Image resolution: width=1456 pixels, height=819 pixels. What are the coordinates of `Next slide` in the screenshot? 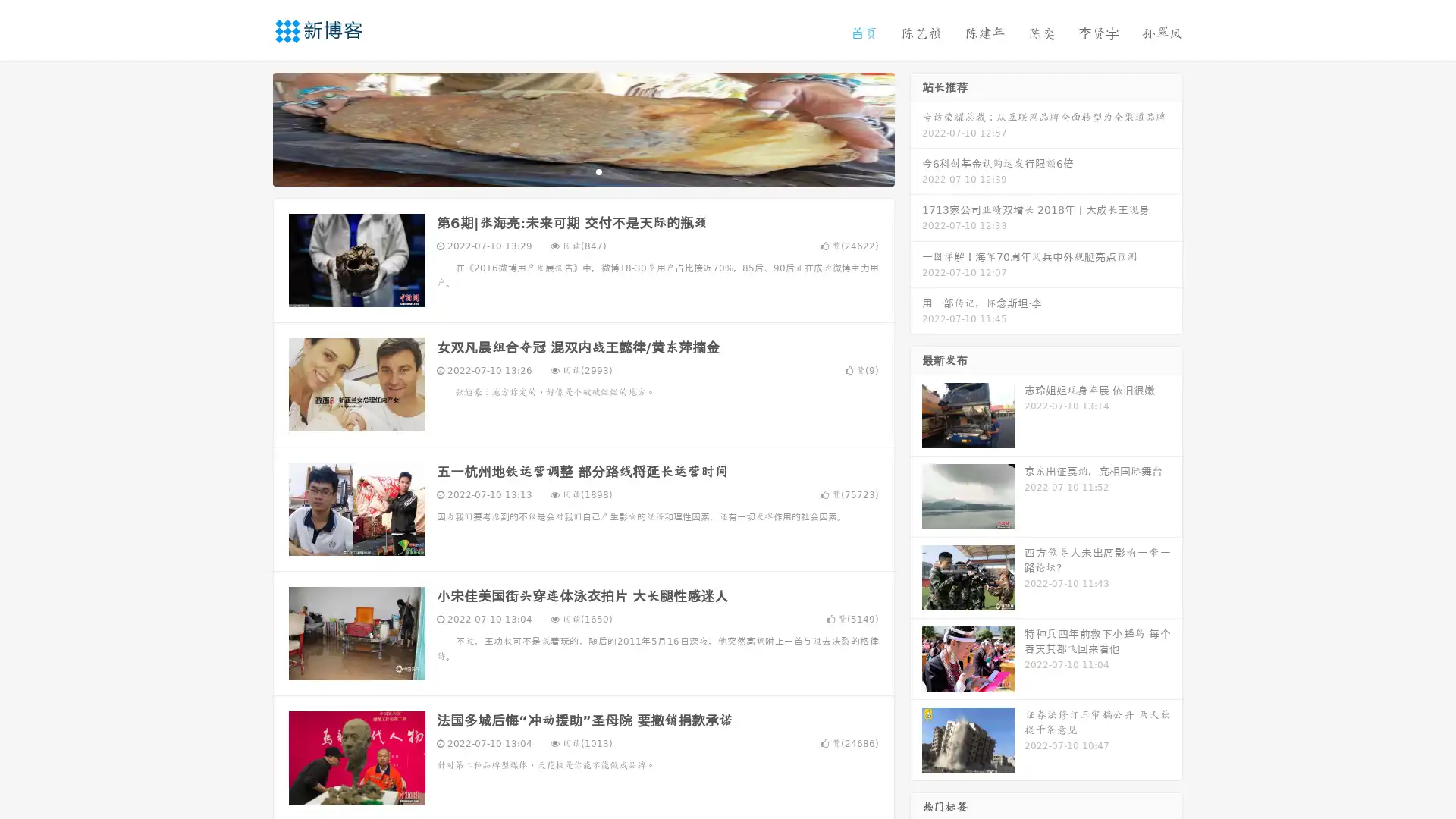 It's located at (916, 127).